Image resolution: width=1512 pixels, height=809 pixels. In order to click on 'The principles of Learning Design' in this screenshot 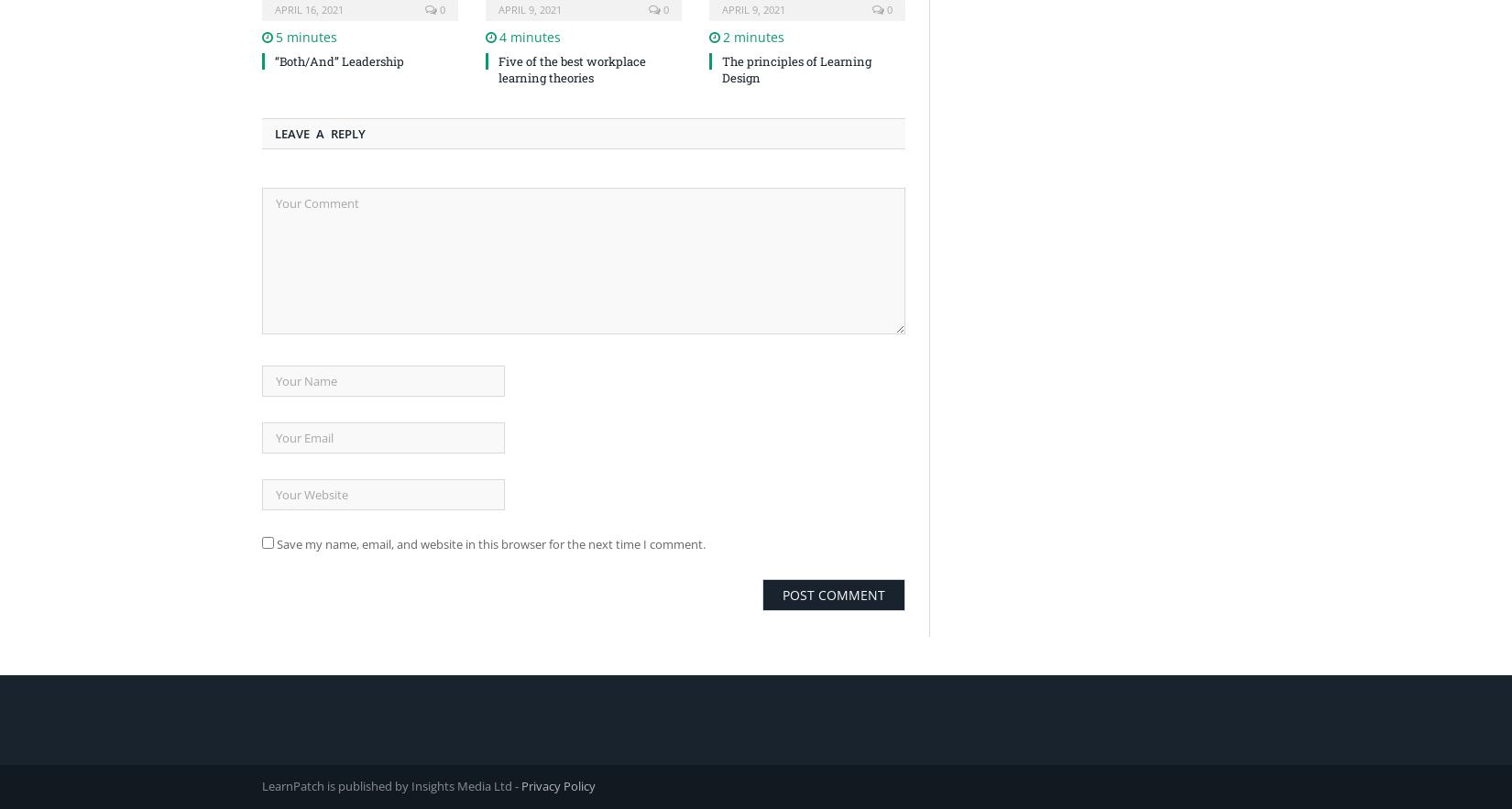, I will do `click(796, 69)`.